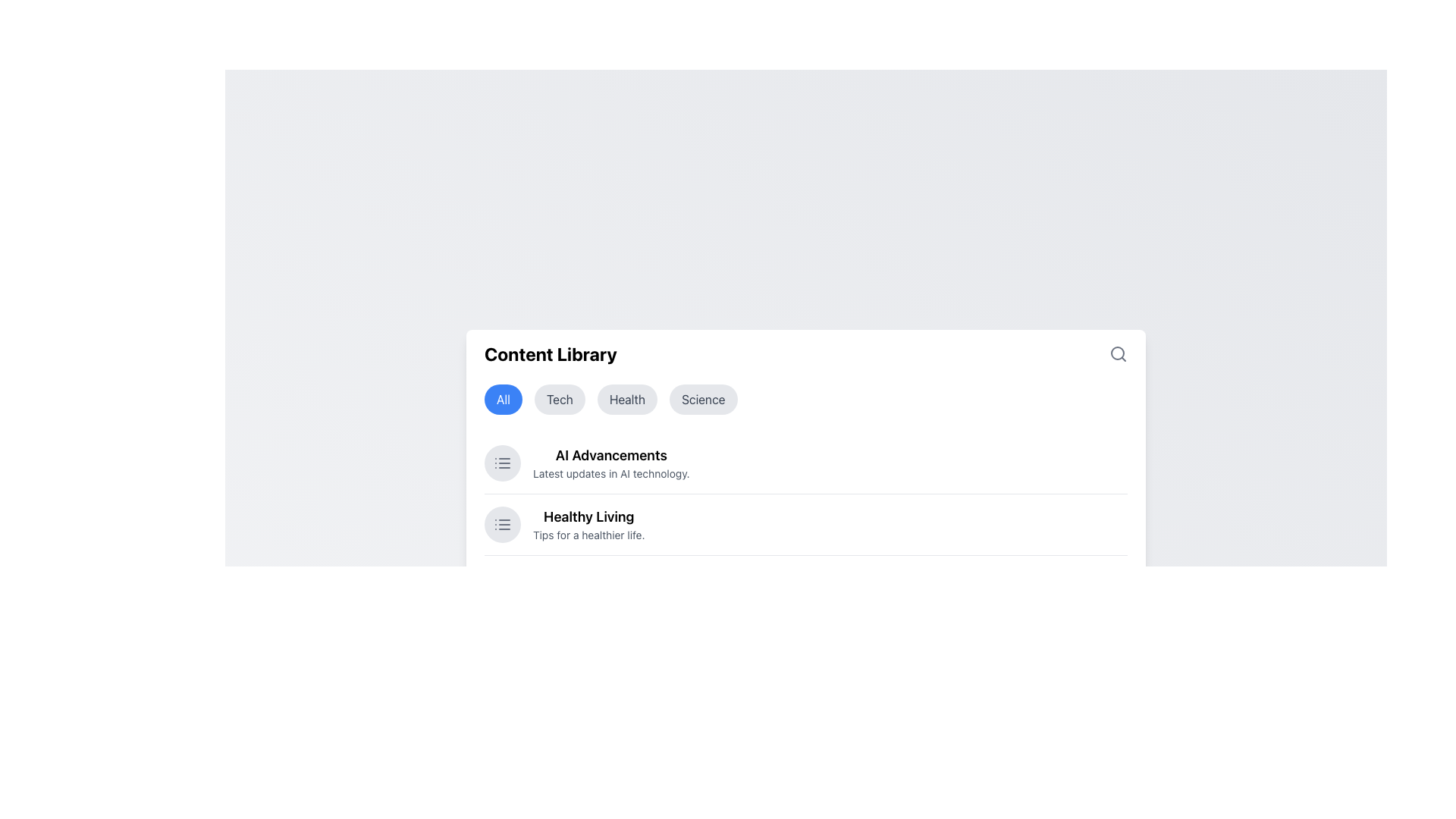 The width and height of the screenshot is (1456, 819). I want to click on the 'Tech' category filter button located under the 'Content Library' heading, which is the second button from the left, to observe the visual effect, so click(559, 399).